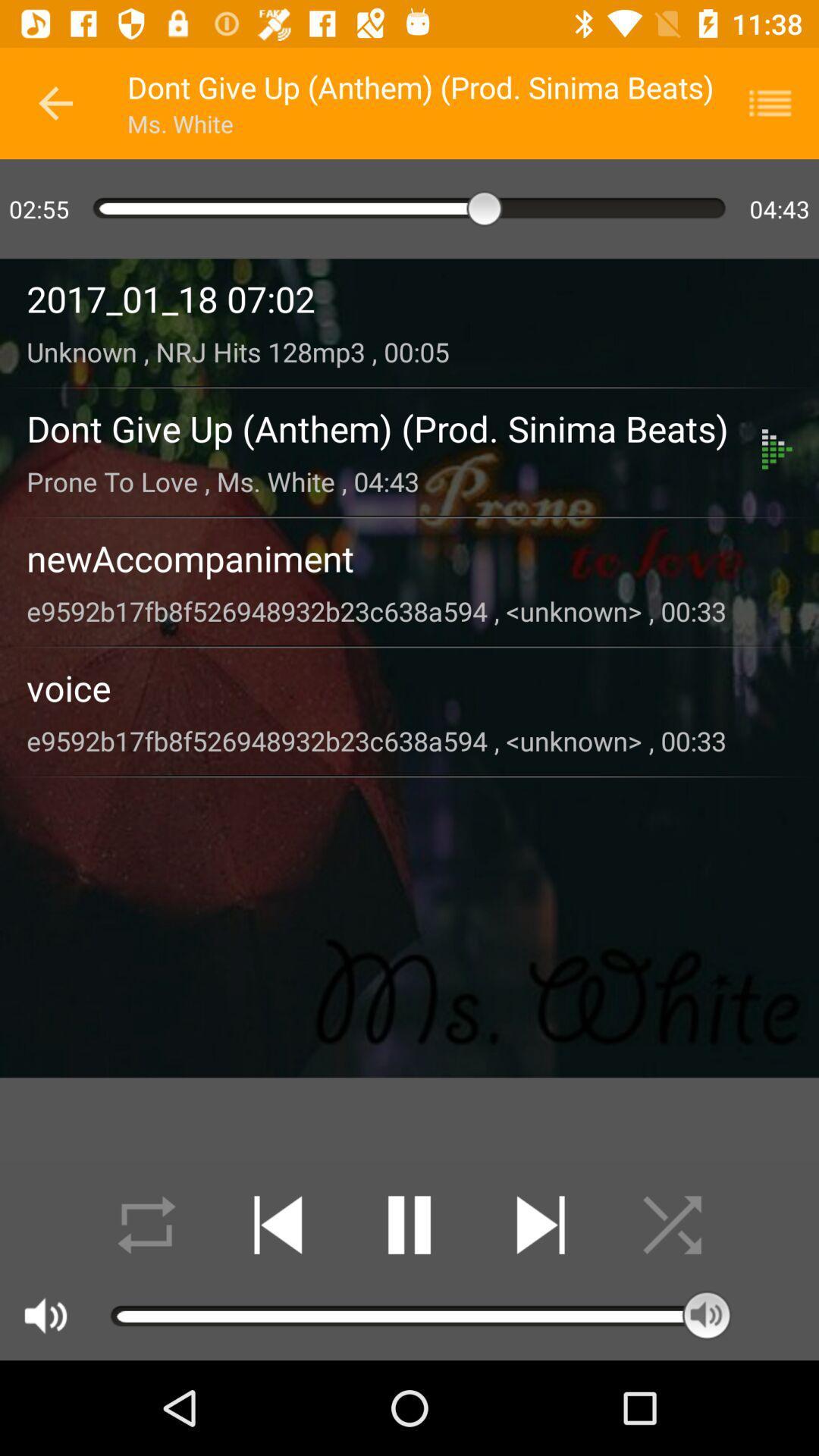  I want to click on pause the music, so click(409, 1225).